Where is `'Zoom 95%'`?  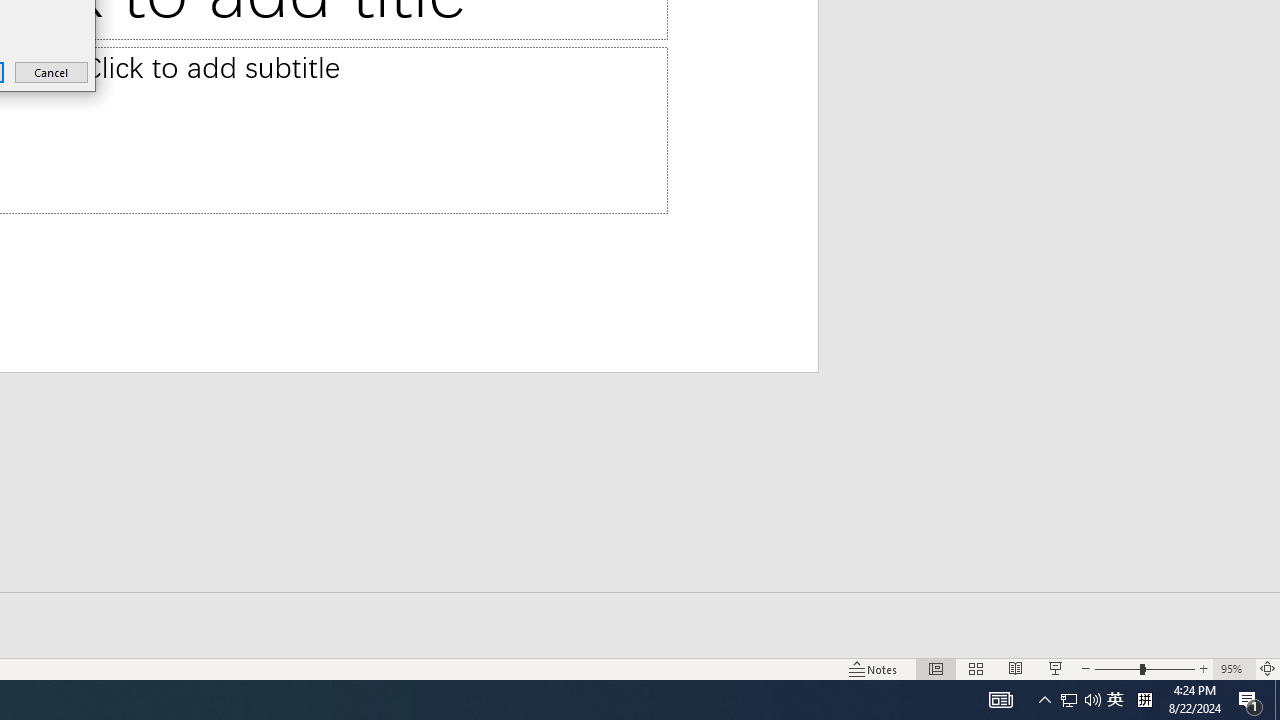 'Zoom 95%' is located at coordinates (1233, 669).